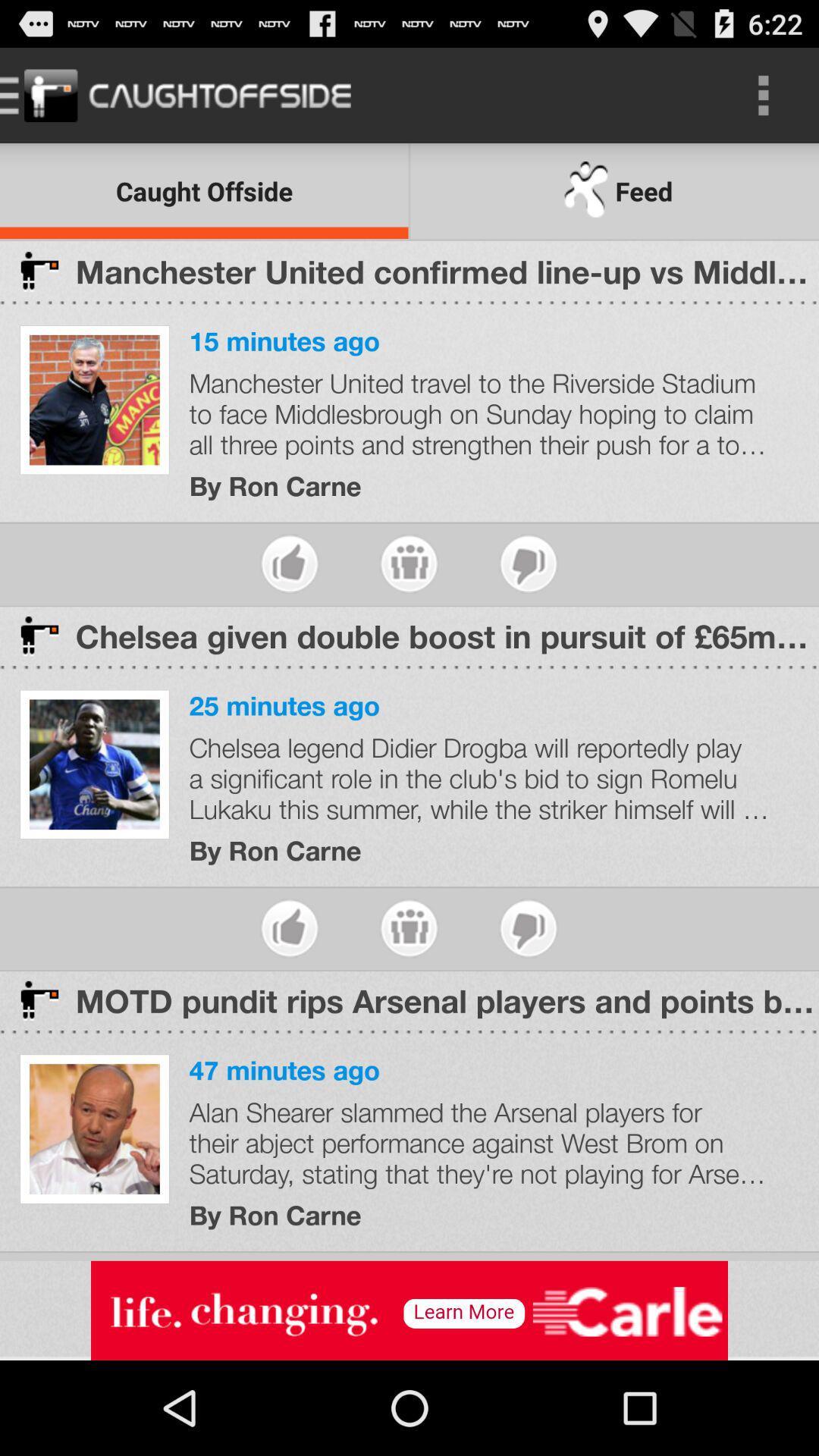  I want to click on story, so click(408, 563).